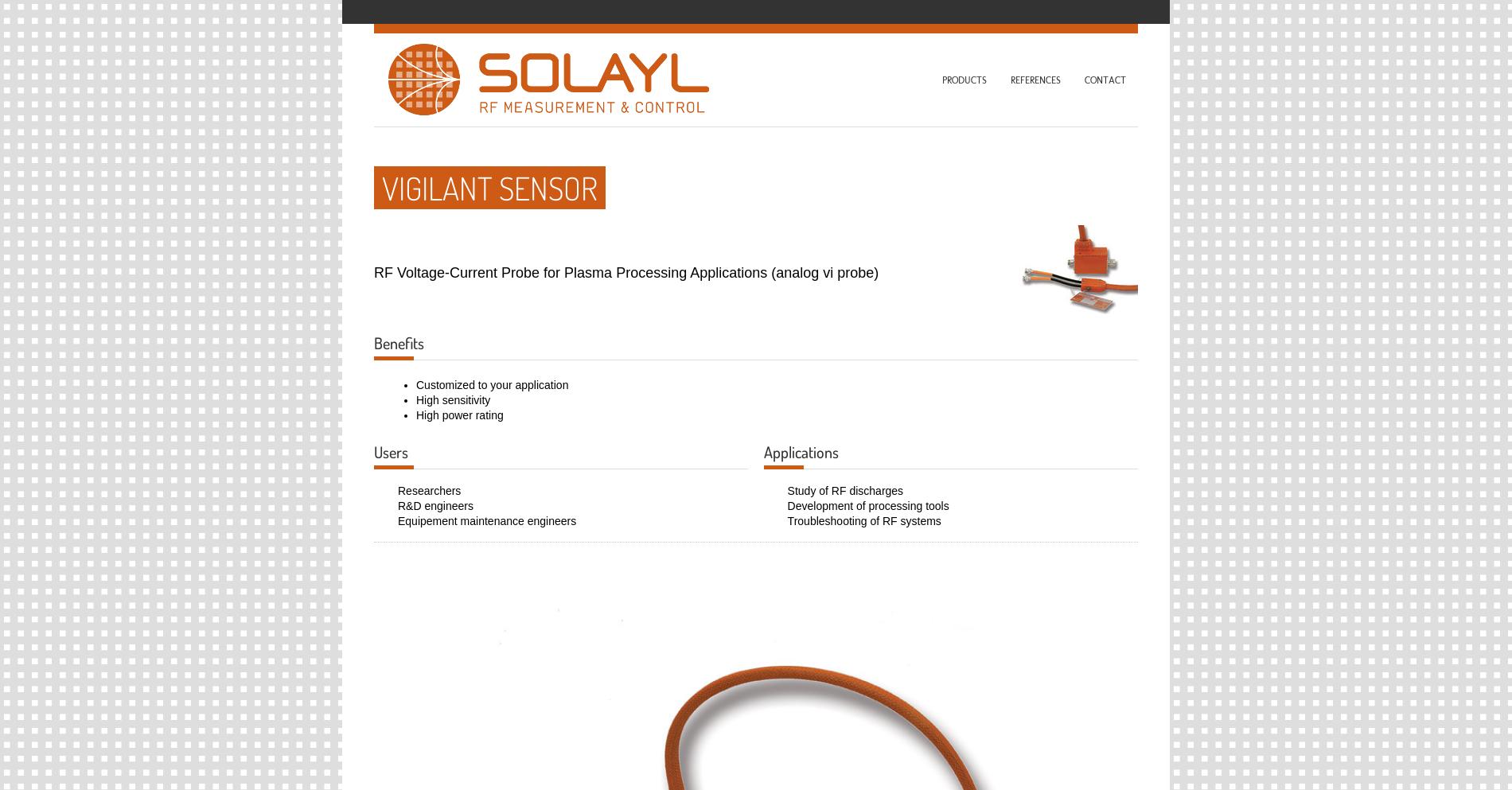 The height and width of the screenshot is (790, 1512). Describe the element at coordinates (429, 488) in the screenshot. I see `'Researchers'` at that location.